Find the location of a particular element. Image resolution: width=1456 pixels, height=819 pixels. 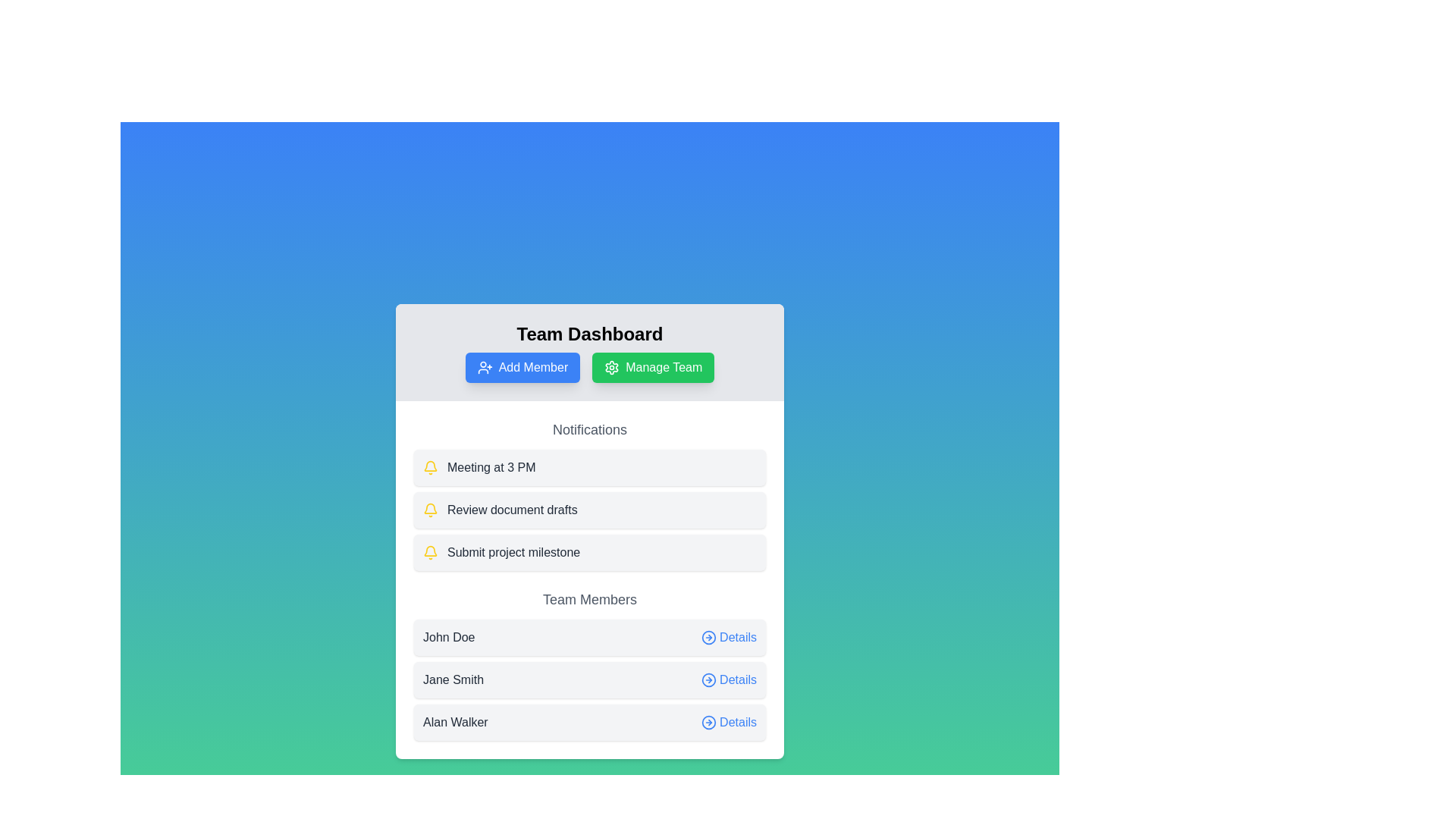

the bell-shaped yellow icon located to the left of the 'Submit project milestone' notification text in the Notifications section is located at coordinates (429, 553).